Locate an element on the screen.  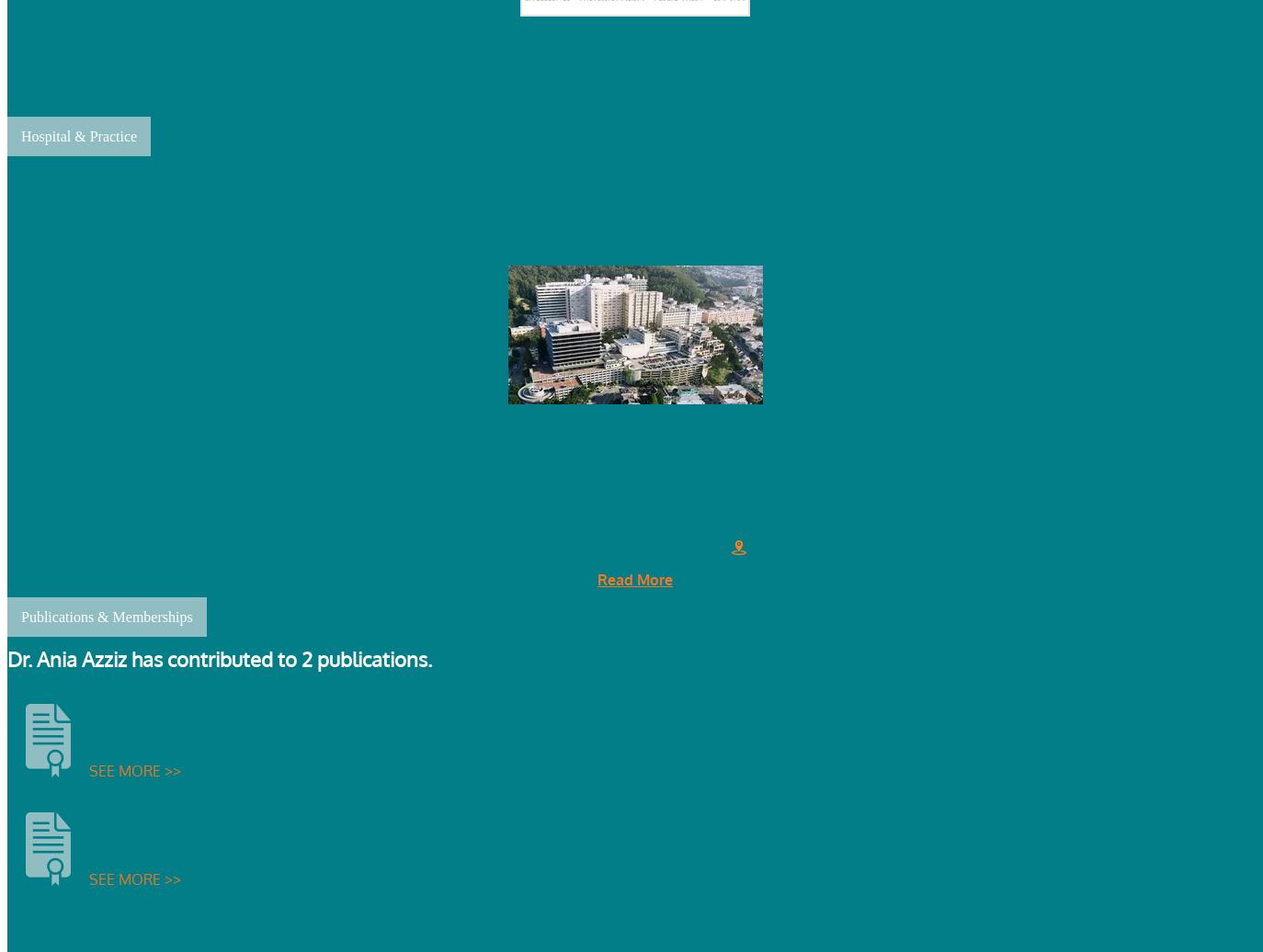
'Dr. Ania Azziz has contributed to 2 publications.' is located at coordinates (218, 657).